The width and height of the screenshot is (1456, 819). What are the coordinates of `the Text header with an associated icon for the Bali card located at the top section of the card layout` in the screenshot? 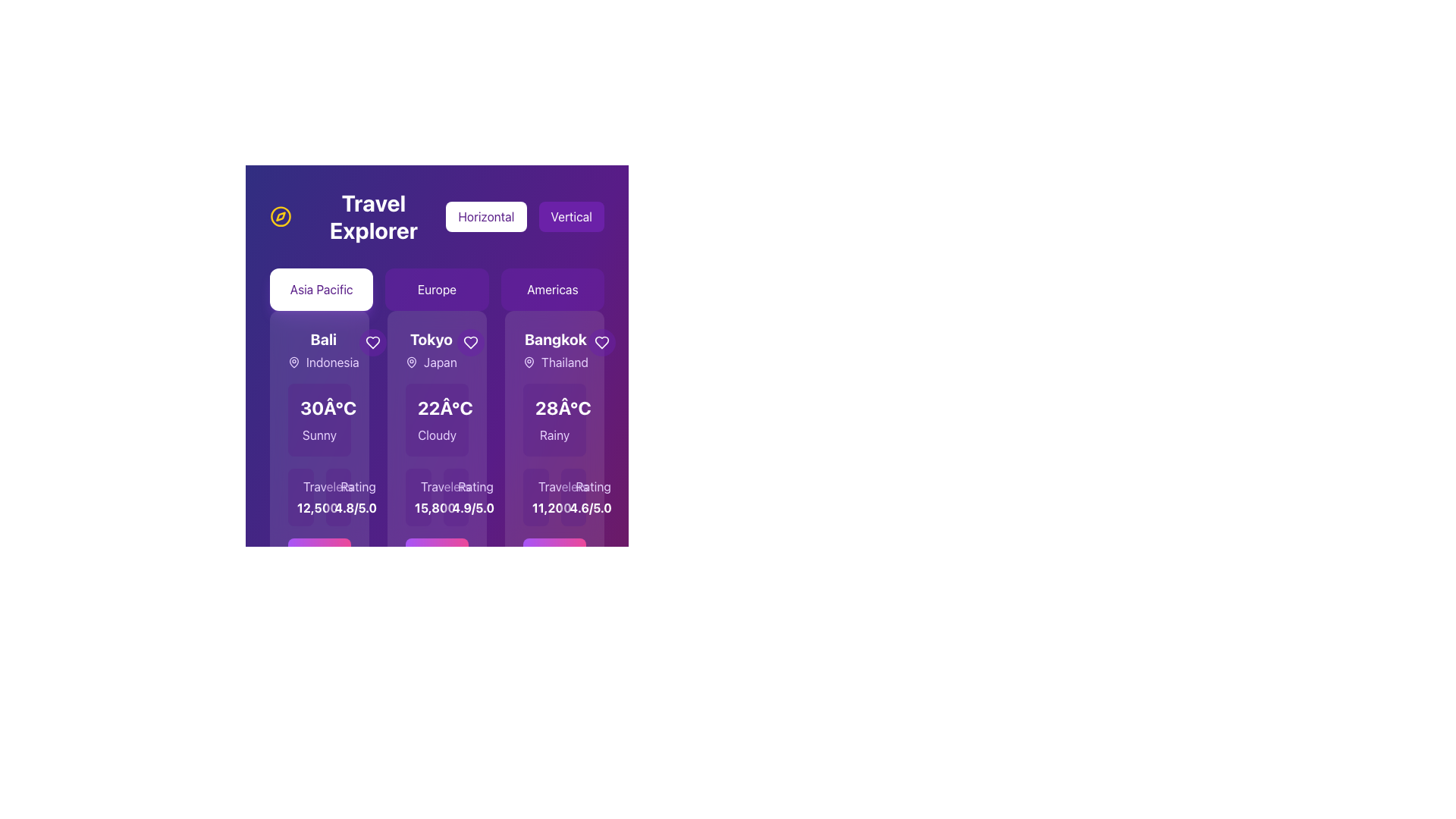 It's located at (318, 350).